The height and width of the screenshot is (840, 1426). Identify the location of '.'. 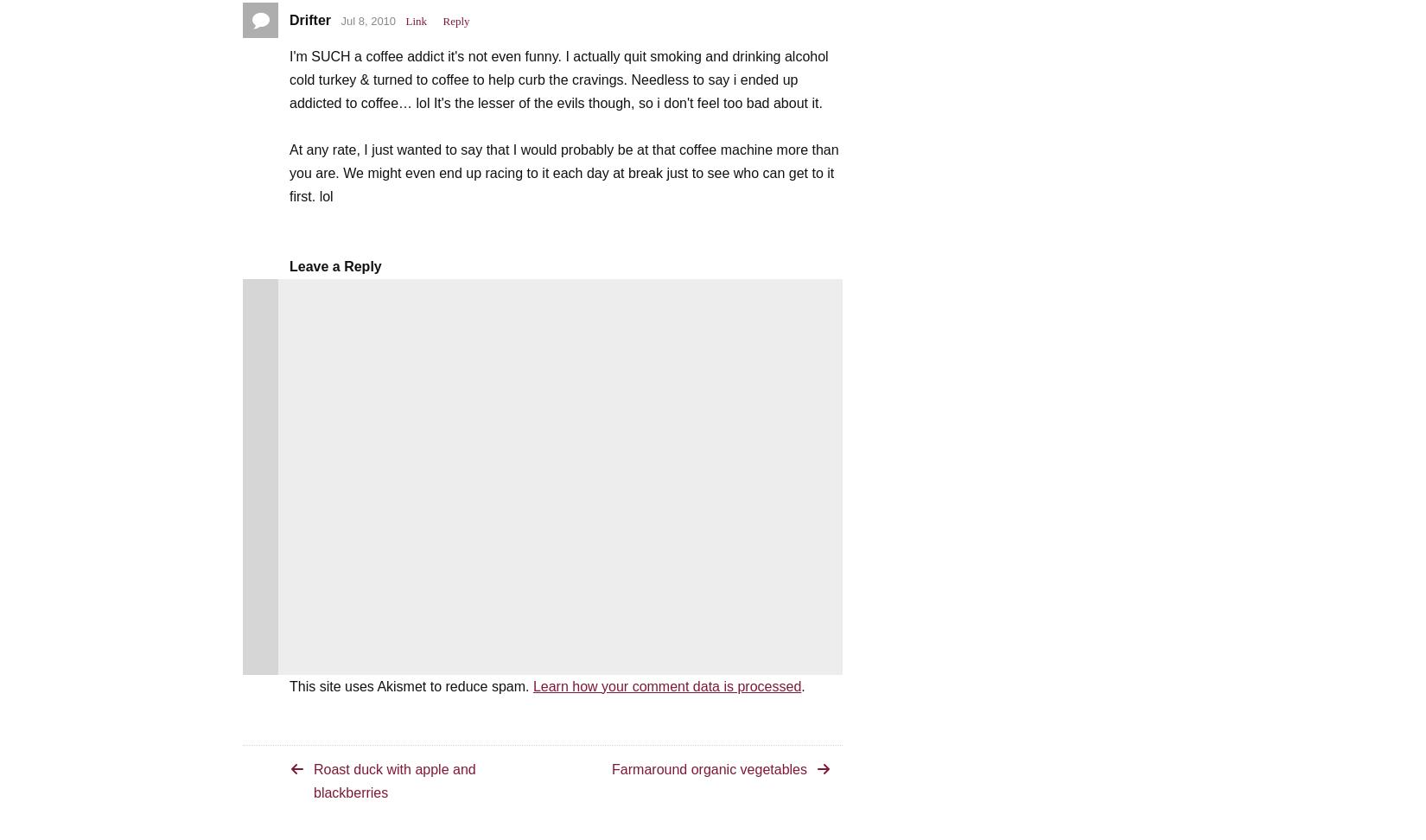
(802, 684).